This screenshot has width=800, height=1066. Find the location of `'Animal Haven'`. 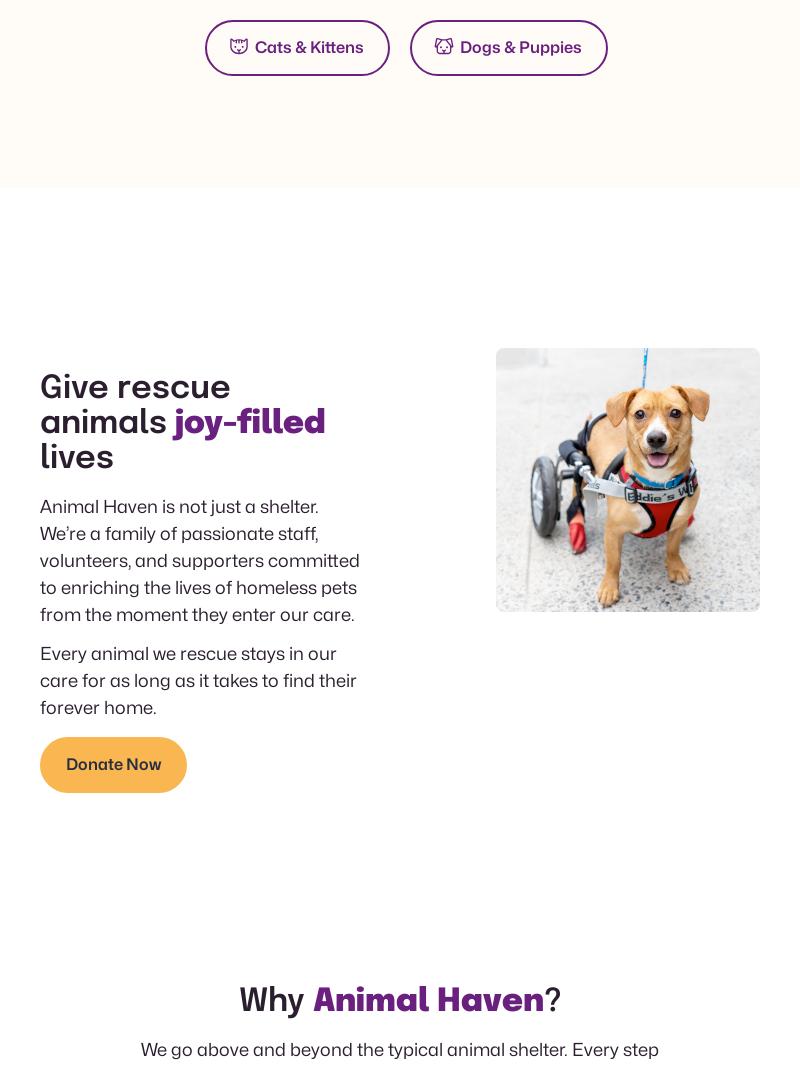

'Animal Haven' is located at coordinates (311, 1002).